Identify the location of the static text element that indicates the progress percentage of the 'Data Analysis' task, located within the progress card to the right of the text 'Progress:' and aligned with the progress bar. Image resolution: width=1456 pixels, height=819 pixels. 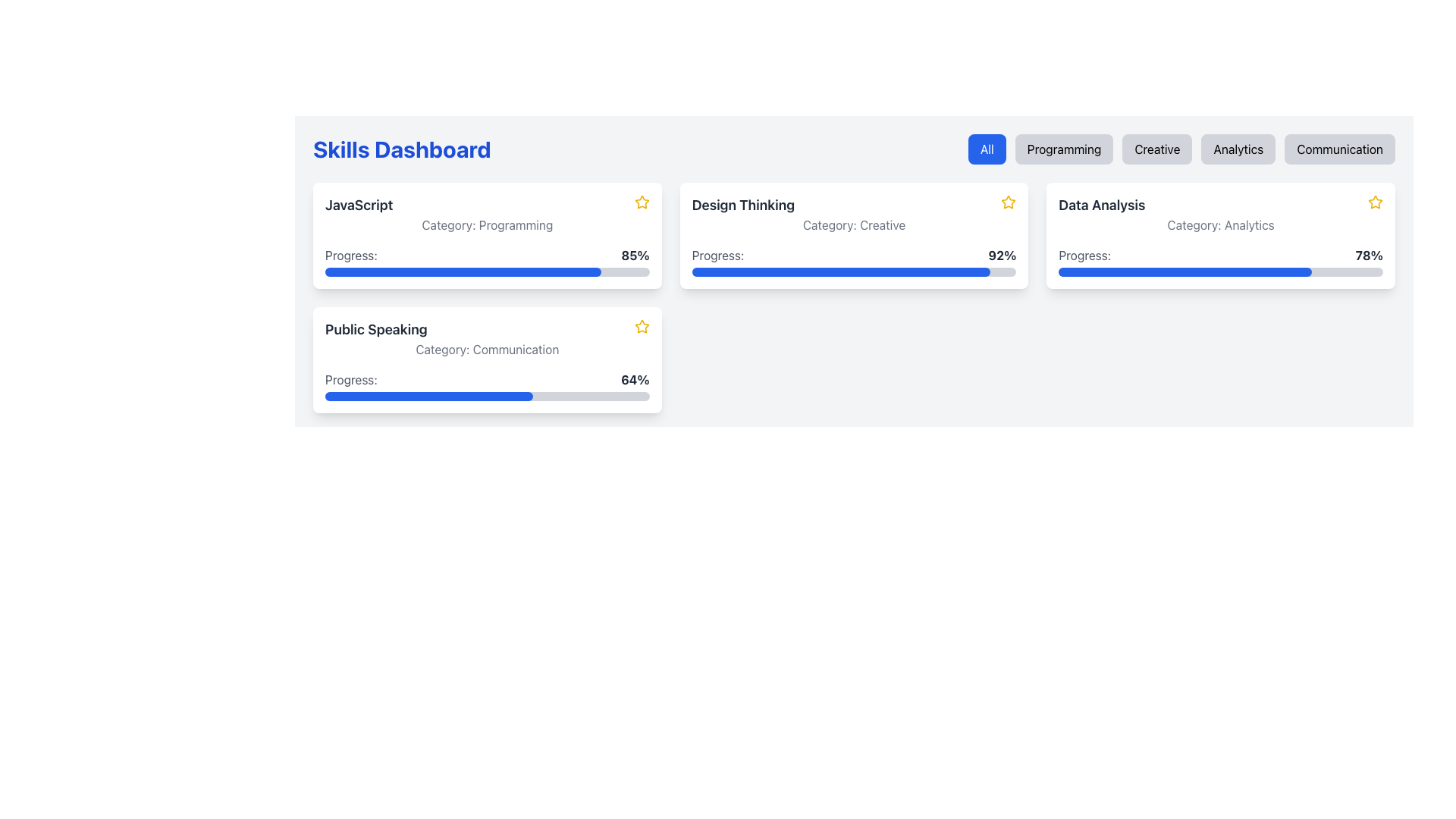
(1369, 254).